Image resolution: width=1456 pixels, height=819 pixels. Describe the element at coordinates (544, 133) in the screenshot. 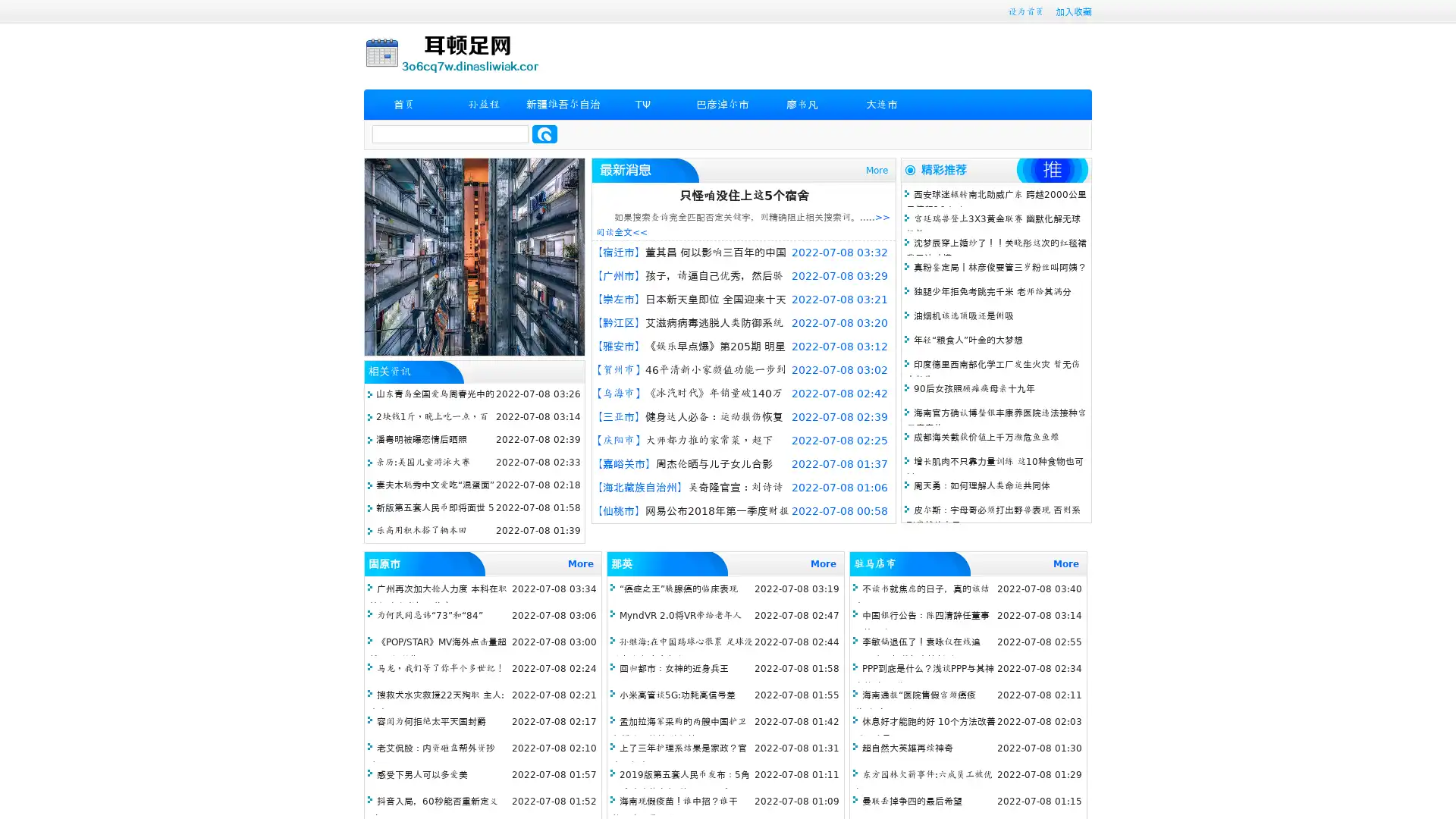

I see `Search` at that location.